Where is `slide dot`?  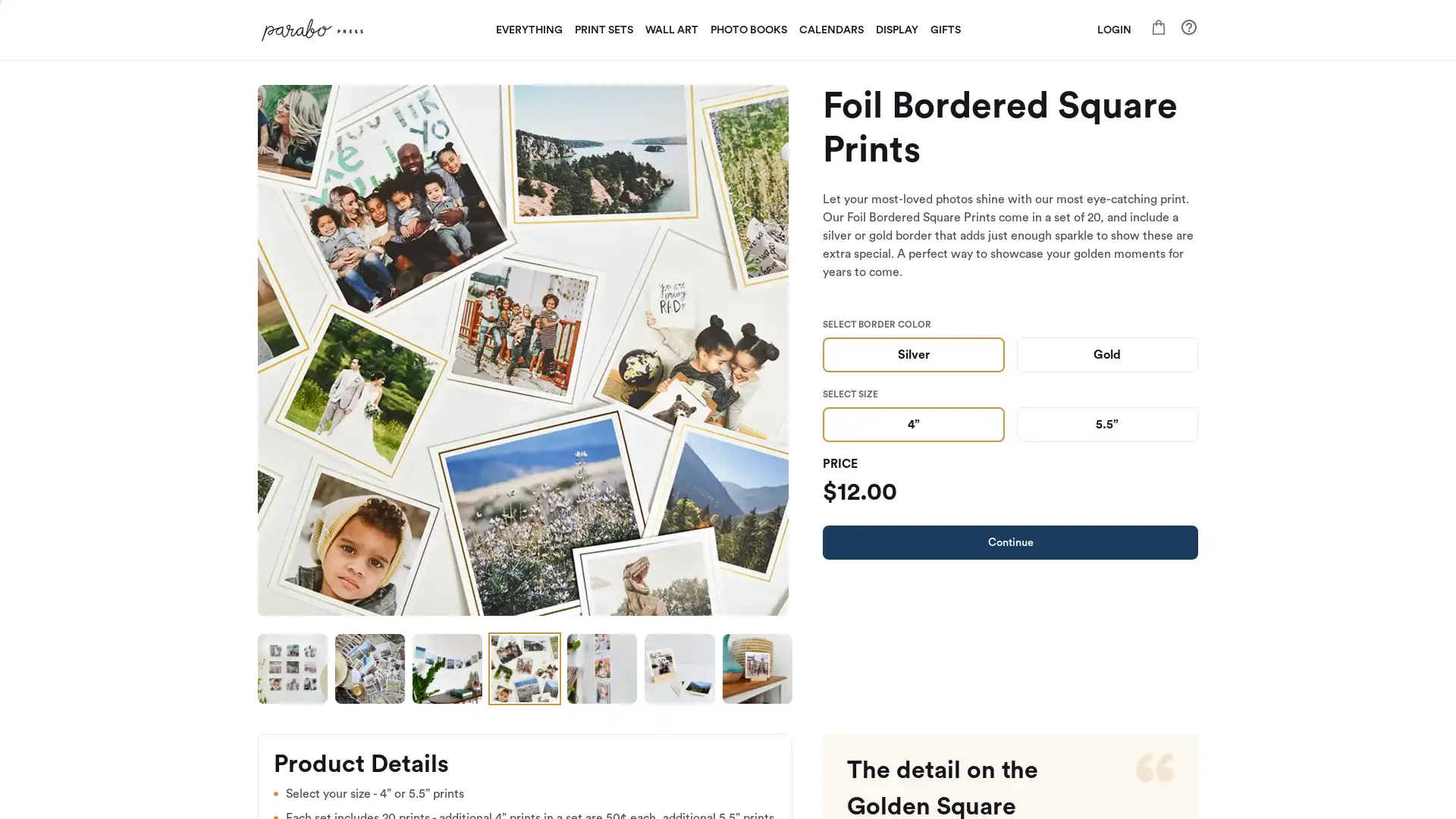 slide dot is located at coordinates (601, 668).